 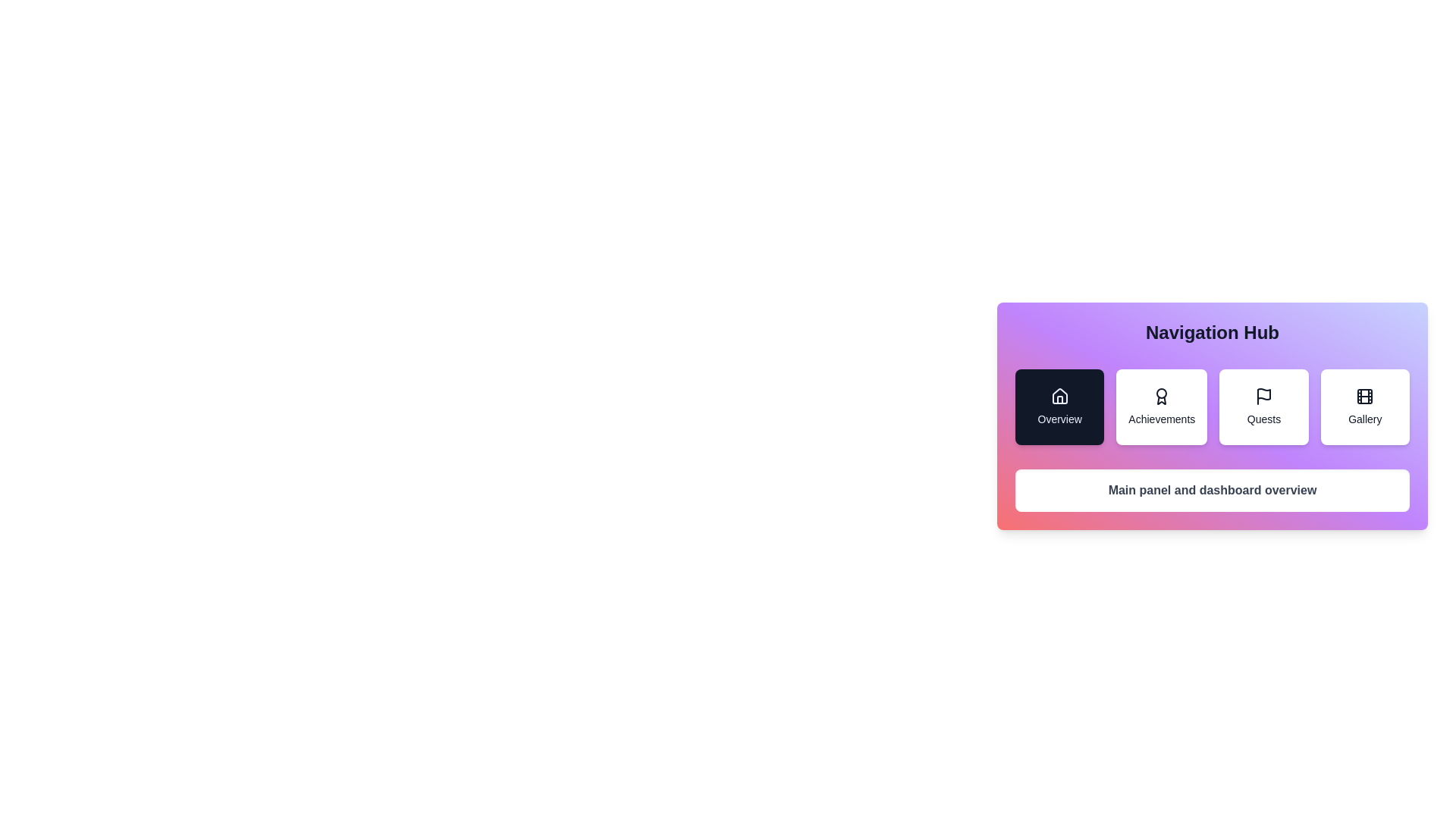 What do you see at coordinates (1263, 406) in the screenshot?
I see `the third button in the navigation hub` at bounding box center [1263, 406].